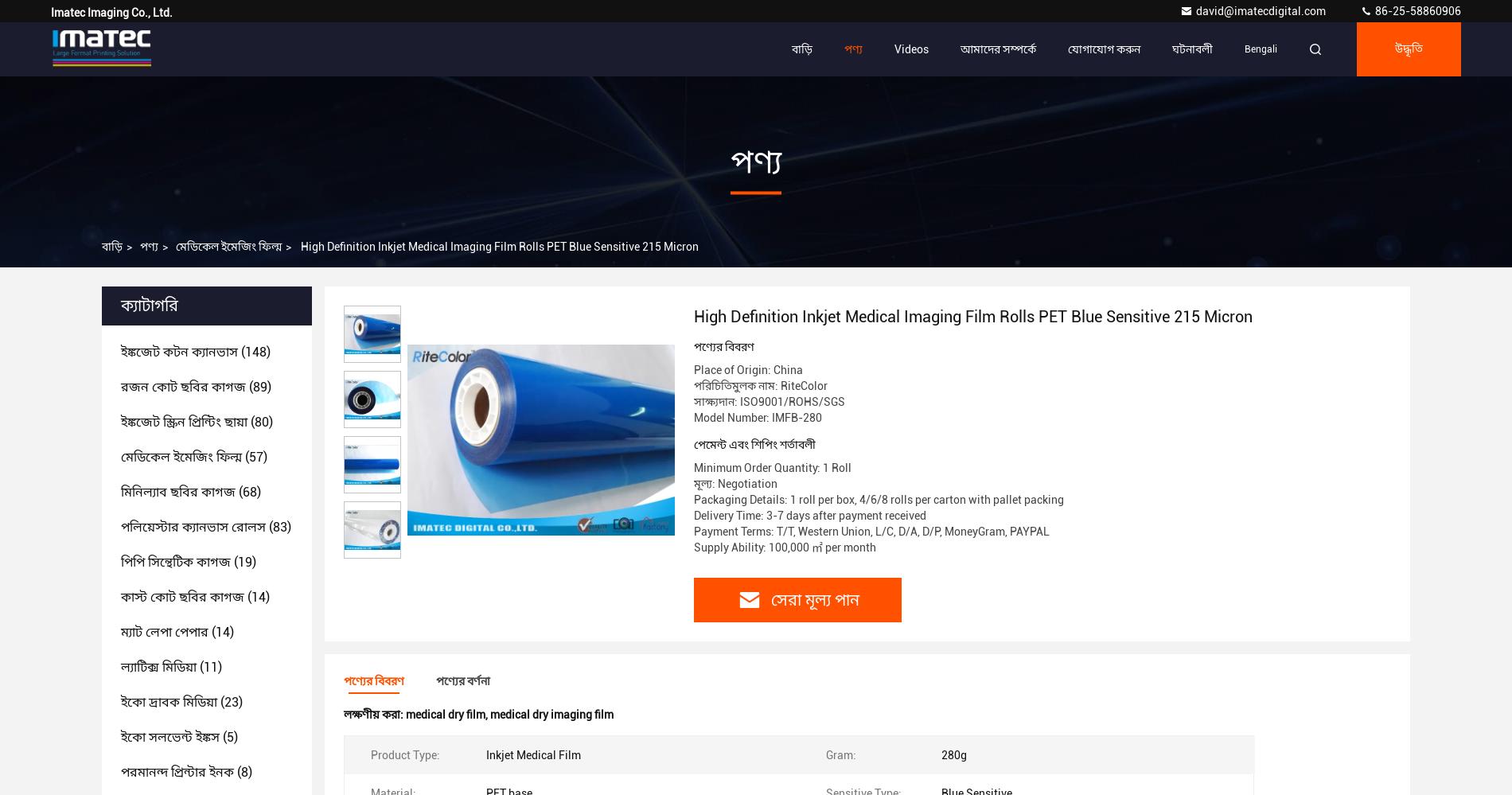 The image size is (1512, 795). Describe the element at coordinates (692, 416) in the screenshot. I see `'Model Number: IMFB-280'` at that location.